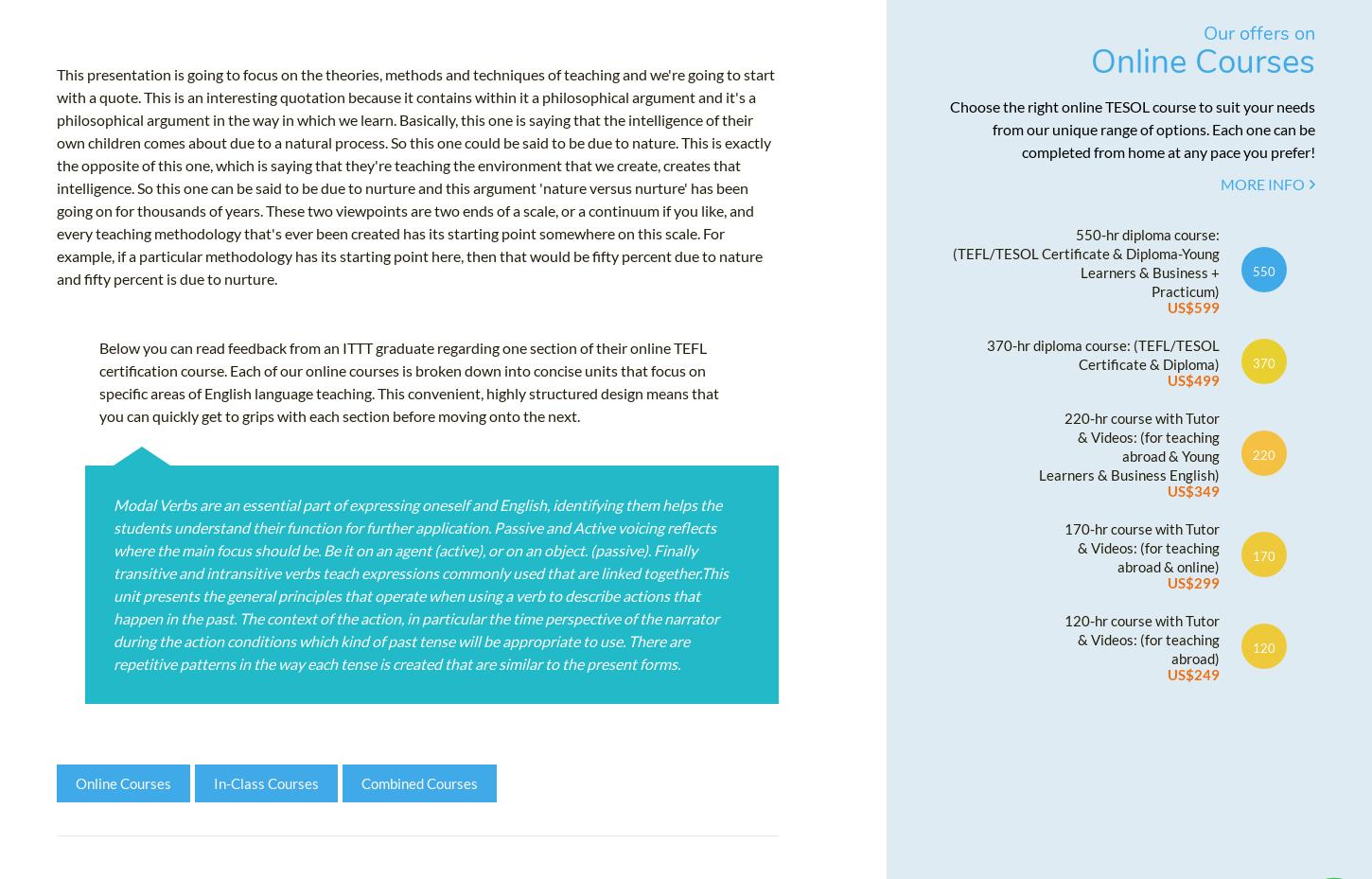  What do you see at coordinates (1170, 463) in the screenshot?
I see `'abroad  & Young'` at bounding box center [1170, 463].